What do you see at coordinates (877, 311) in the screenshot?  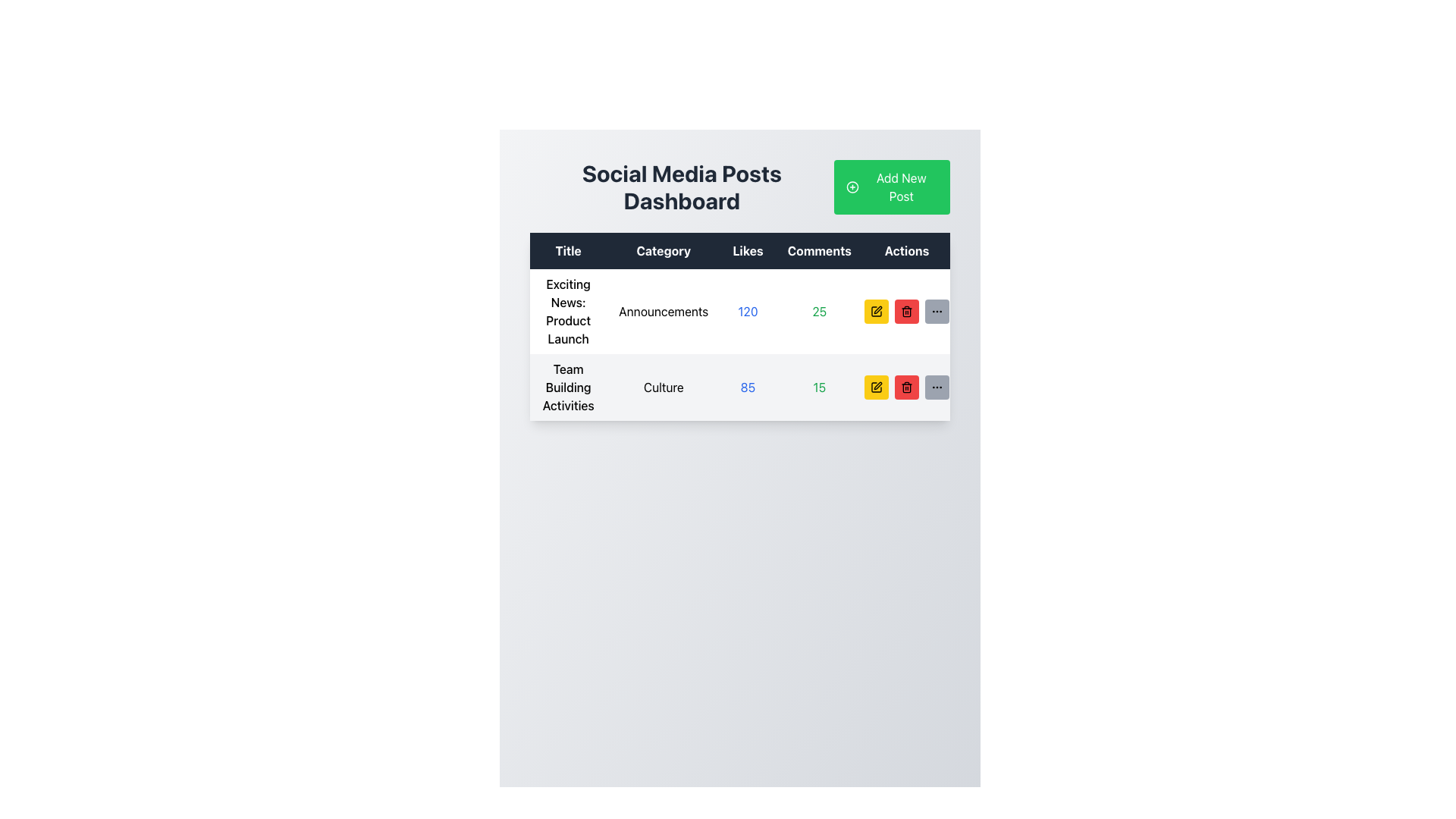 I see `the yellow square-shaped button with a black border and a pen icon located in the 'Actions' column of the second row in the table` at bounding box center [877, 311].